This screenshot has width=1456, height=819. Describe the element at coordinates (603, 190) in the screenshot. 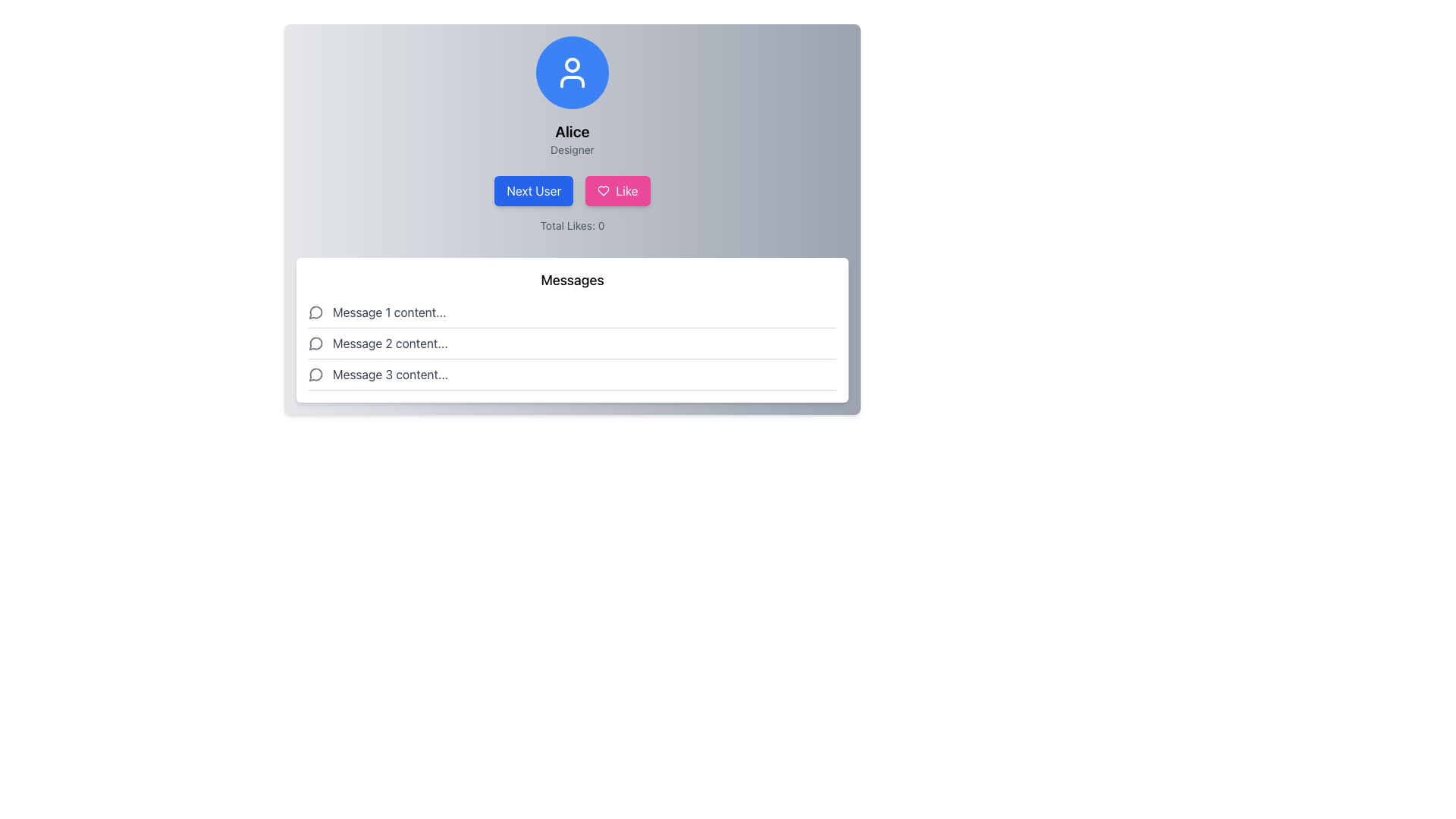

I see `the decorative icon that enhances the 'Like' button, located to the left of the text label 'Like' within the button layout` at that location.